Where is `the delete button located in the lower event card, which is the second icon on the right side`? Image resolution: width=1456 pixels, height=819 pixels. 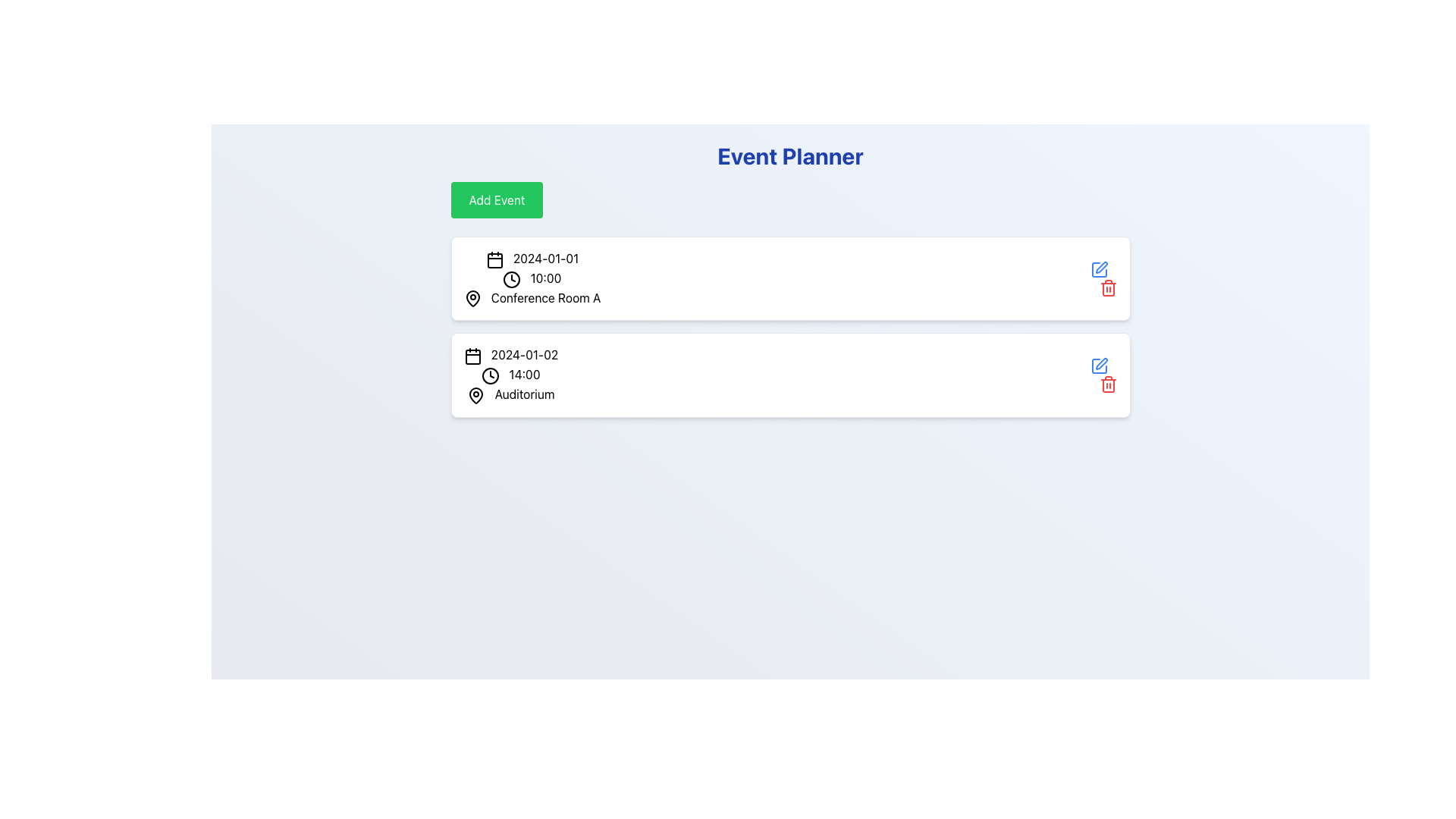
the delete button located in the lower event card, which is the second icon on the right side is located at coordinates (1108, 384).